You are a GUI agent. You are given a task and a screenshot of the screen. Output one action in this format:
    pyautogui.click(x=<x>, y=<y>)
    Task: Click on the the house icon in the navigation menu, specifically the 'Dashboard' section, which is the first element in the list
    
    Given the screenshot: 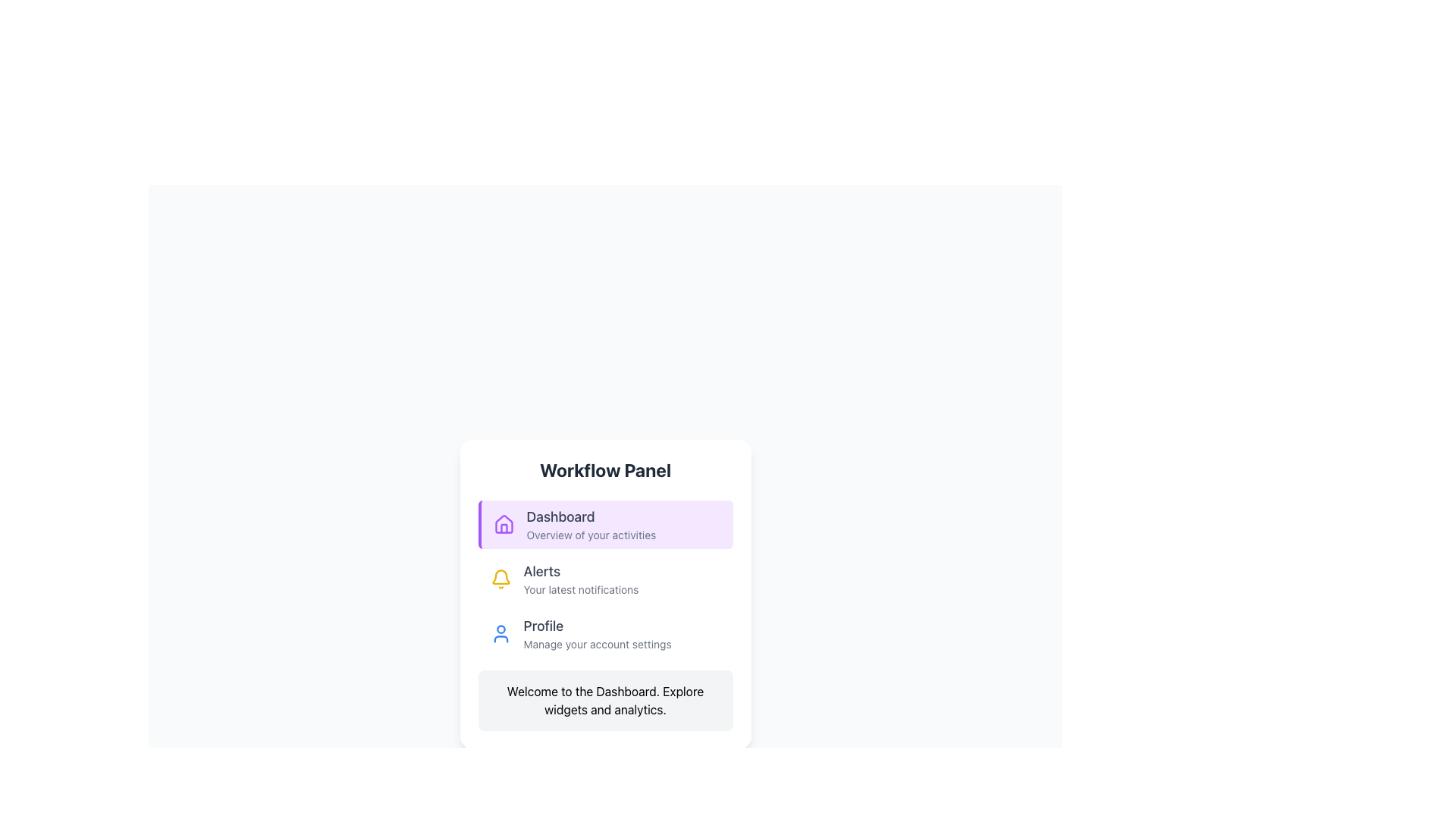 What is the action you would take?
    pyautogui.click(x=504, y=528)
    